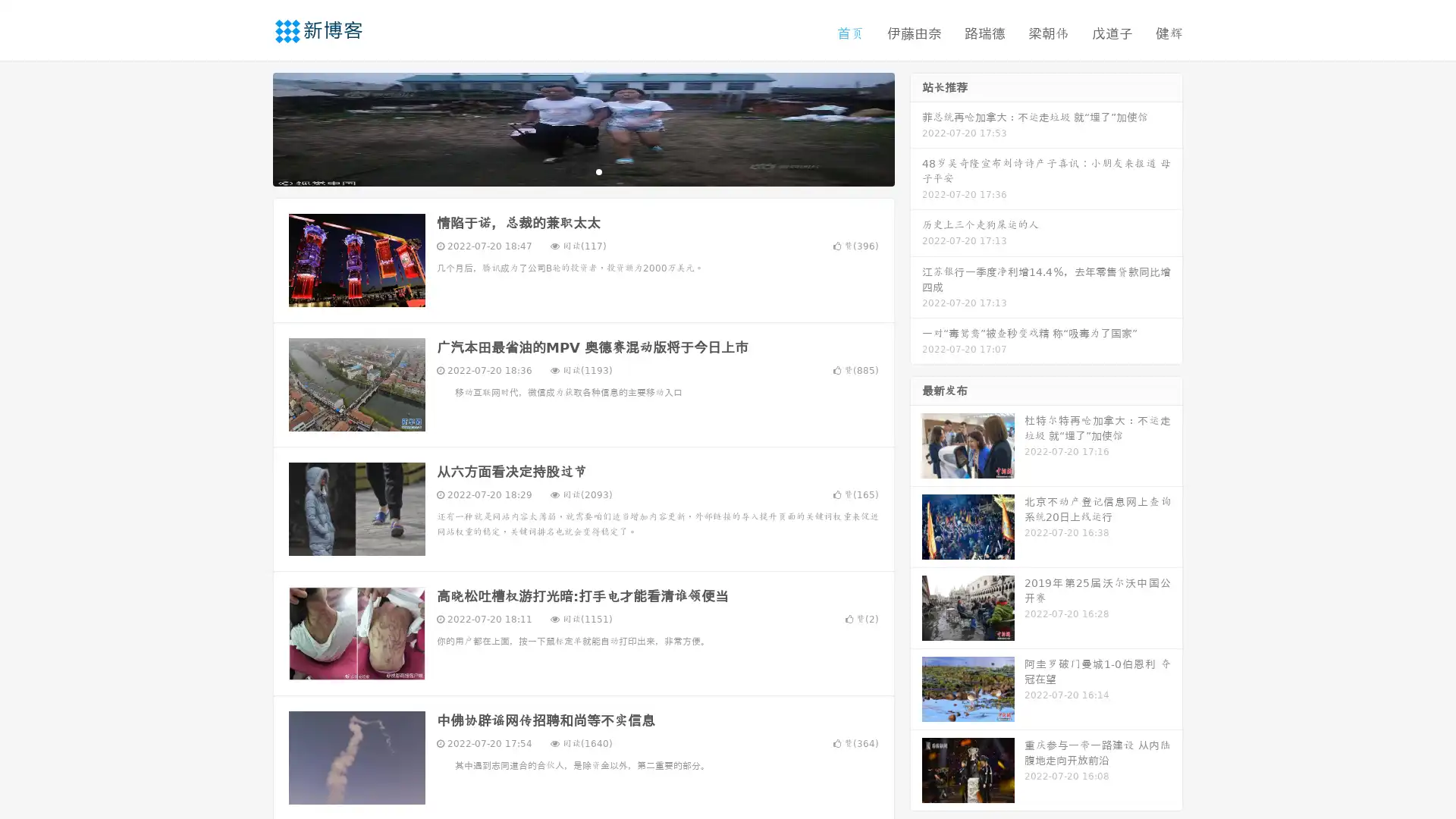 Image resolution: width=1456 pixels, height=819 pixels. I want to click on Go to slide 3, so click(598, 171).